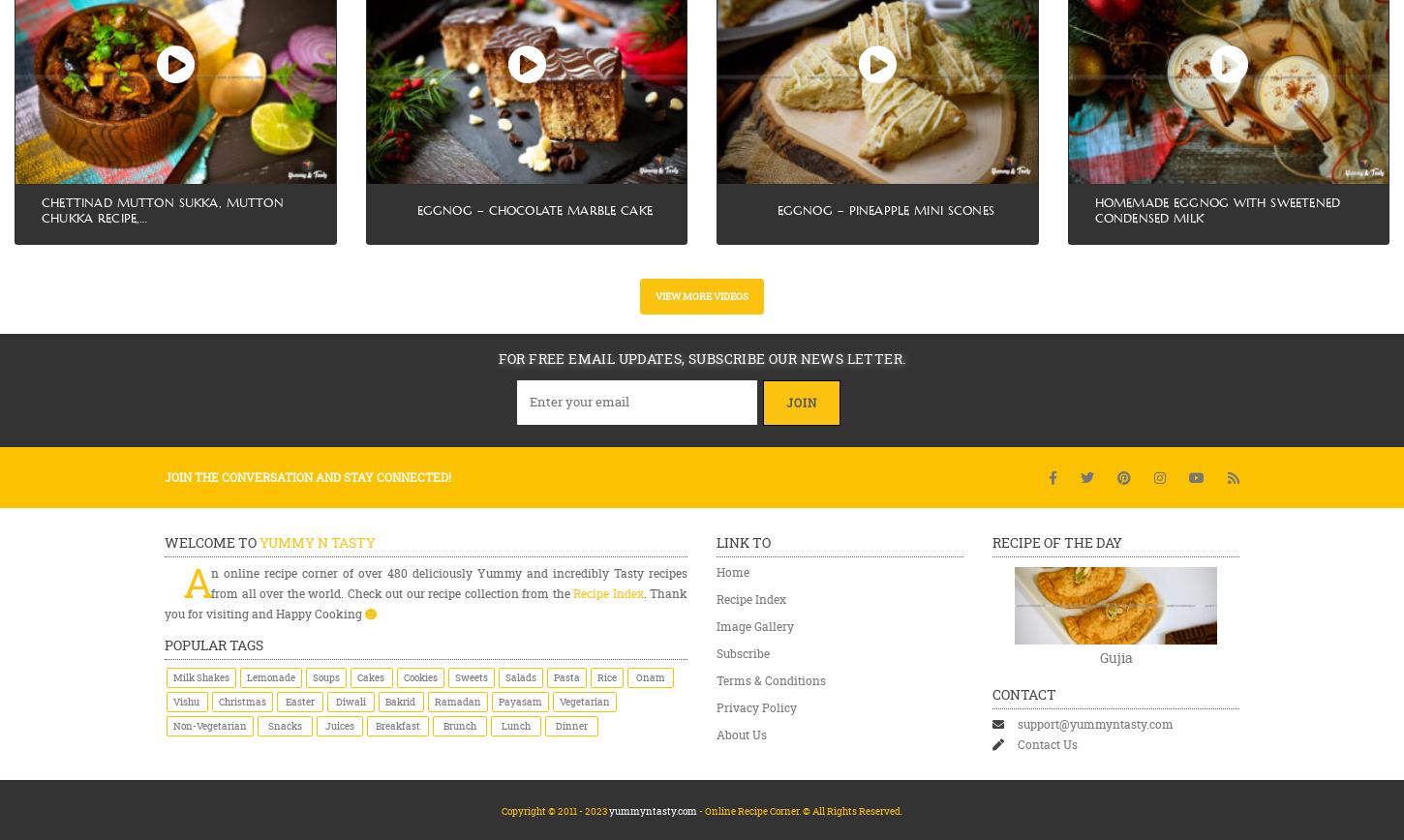 The height and width of the screenshot is (840, 1404). What do you see at coordinates (555, 810) in the screenshot?
I see `'Copyright © 2011 - 2023'` at bounding box center [555, 810].